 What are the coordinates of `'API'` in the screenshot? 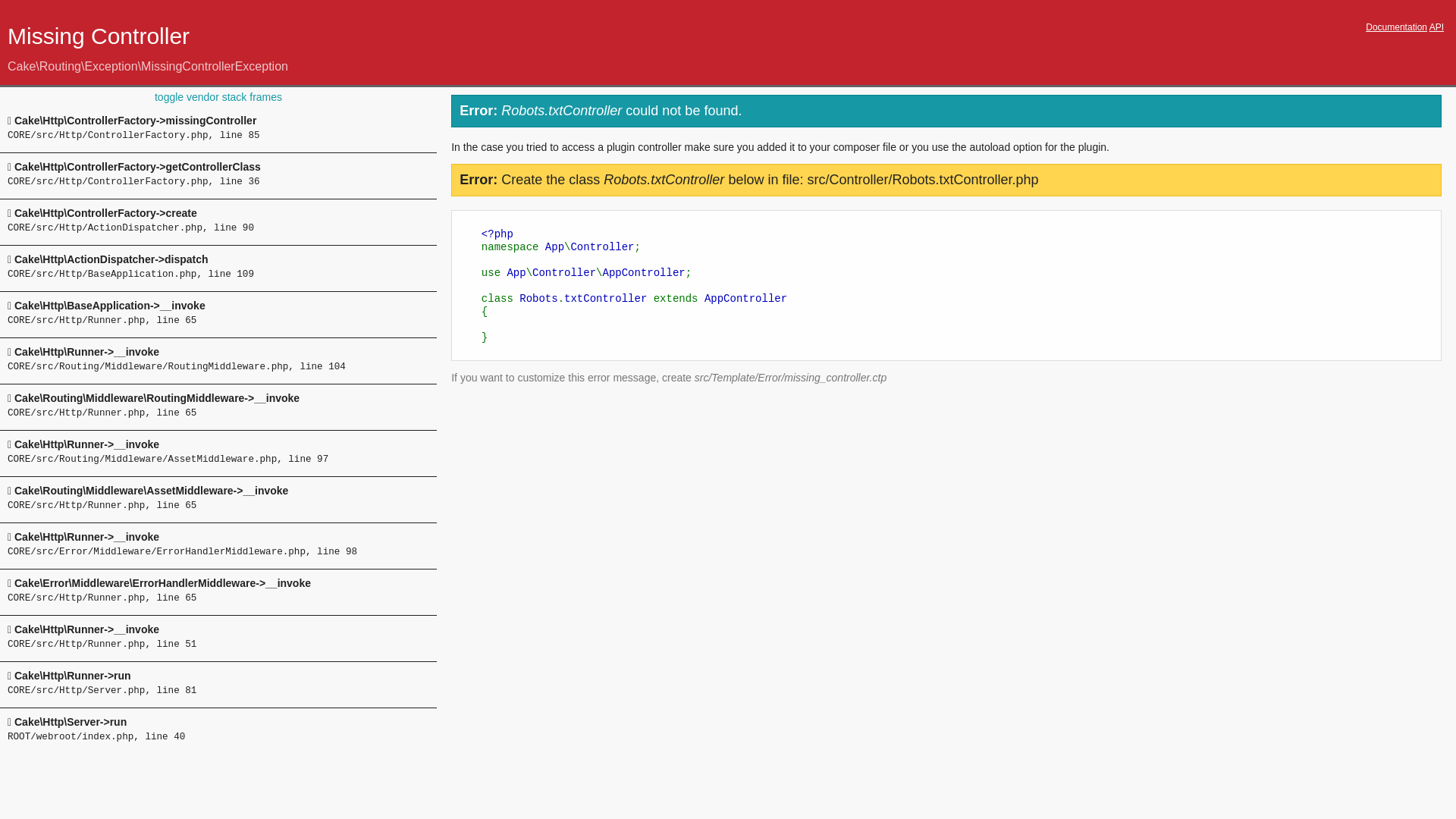 It's located at (1436, 27).